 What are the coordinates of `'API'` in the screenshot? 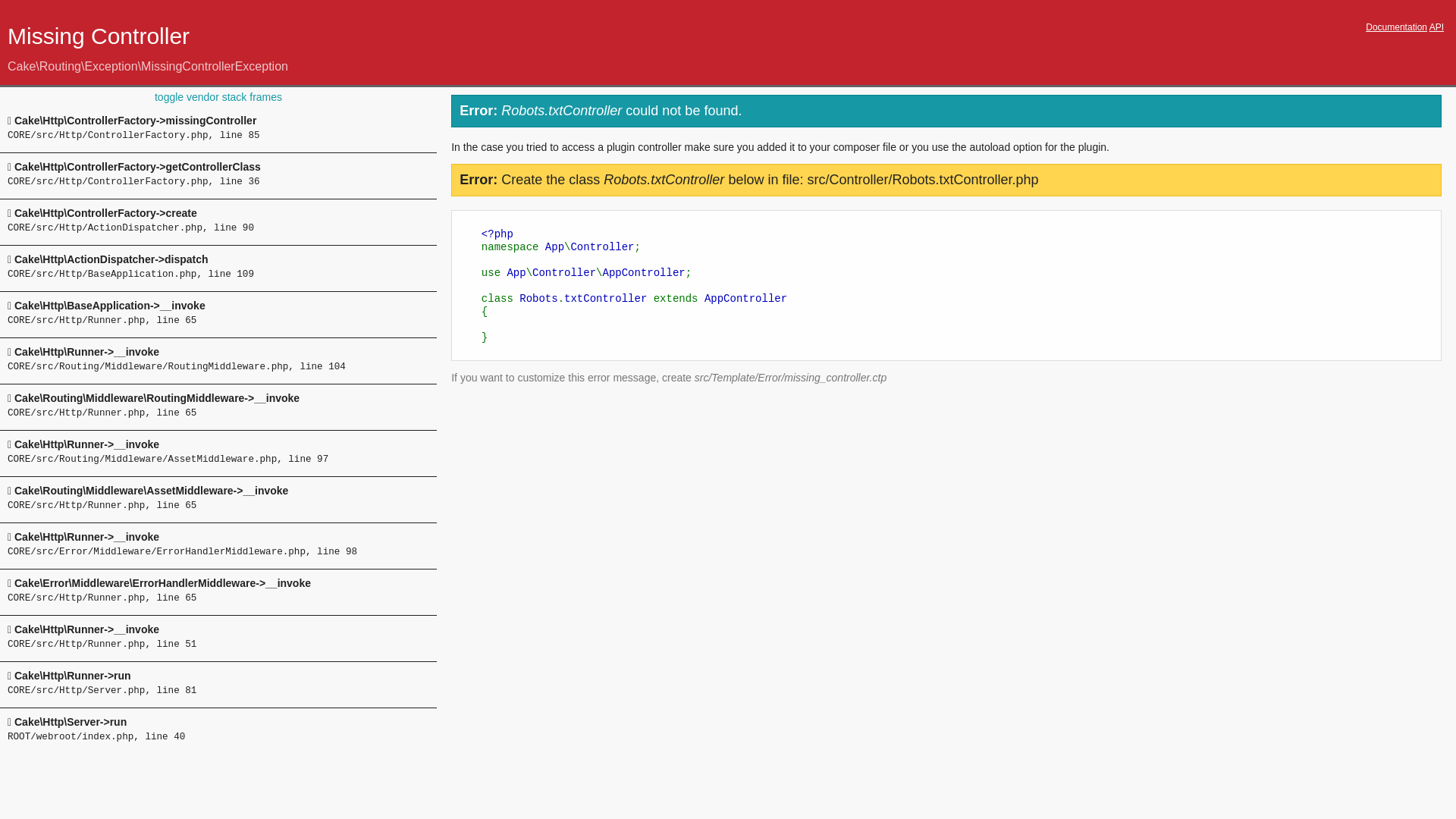 It's located at (1436, 27).